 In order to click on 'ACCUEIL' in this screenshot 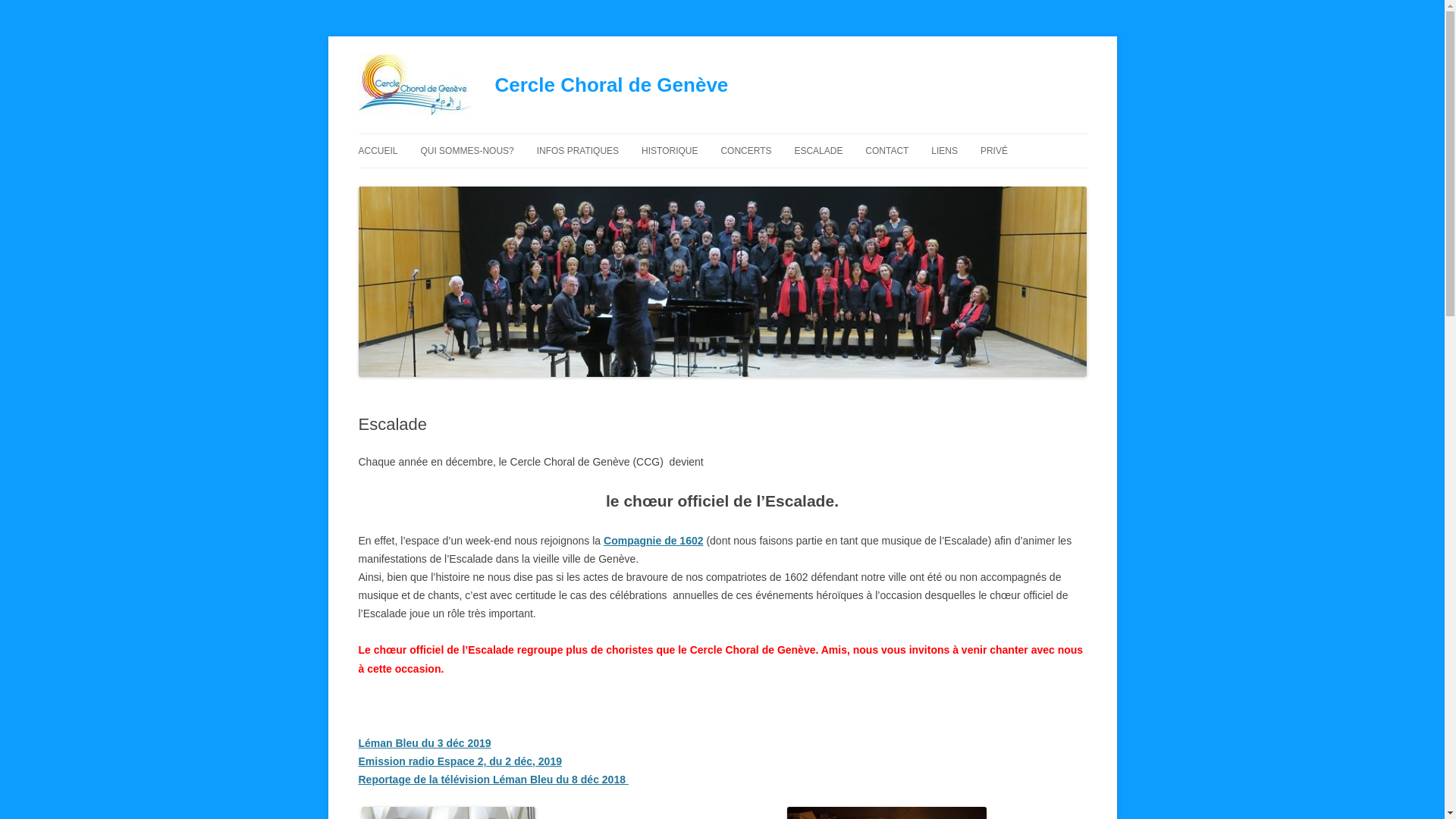, I will do `click(378, 151)`.